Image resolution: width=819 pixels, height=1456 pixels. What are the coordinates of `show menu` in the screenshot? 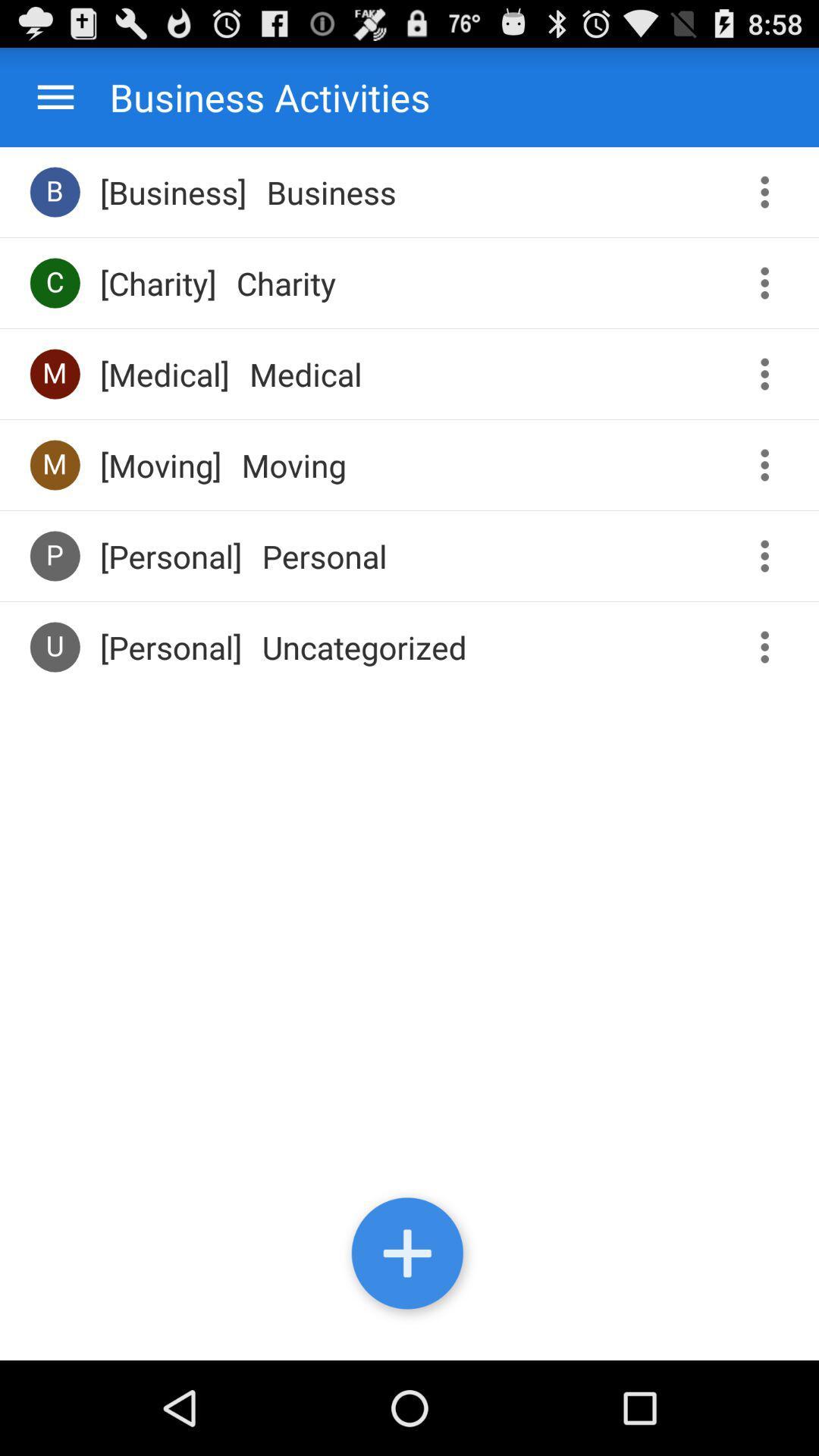 It's located at (770, 464).